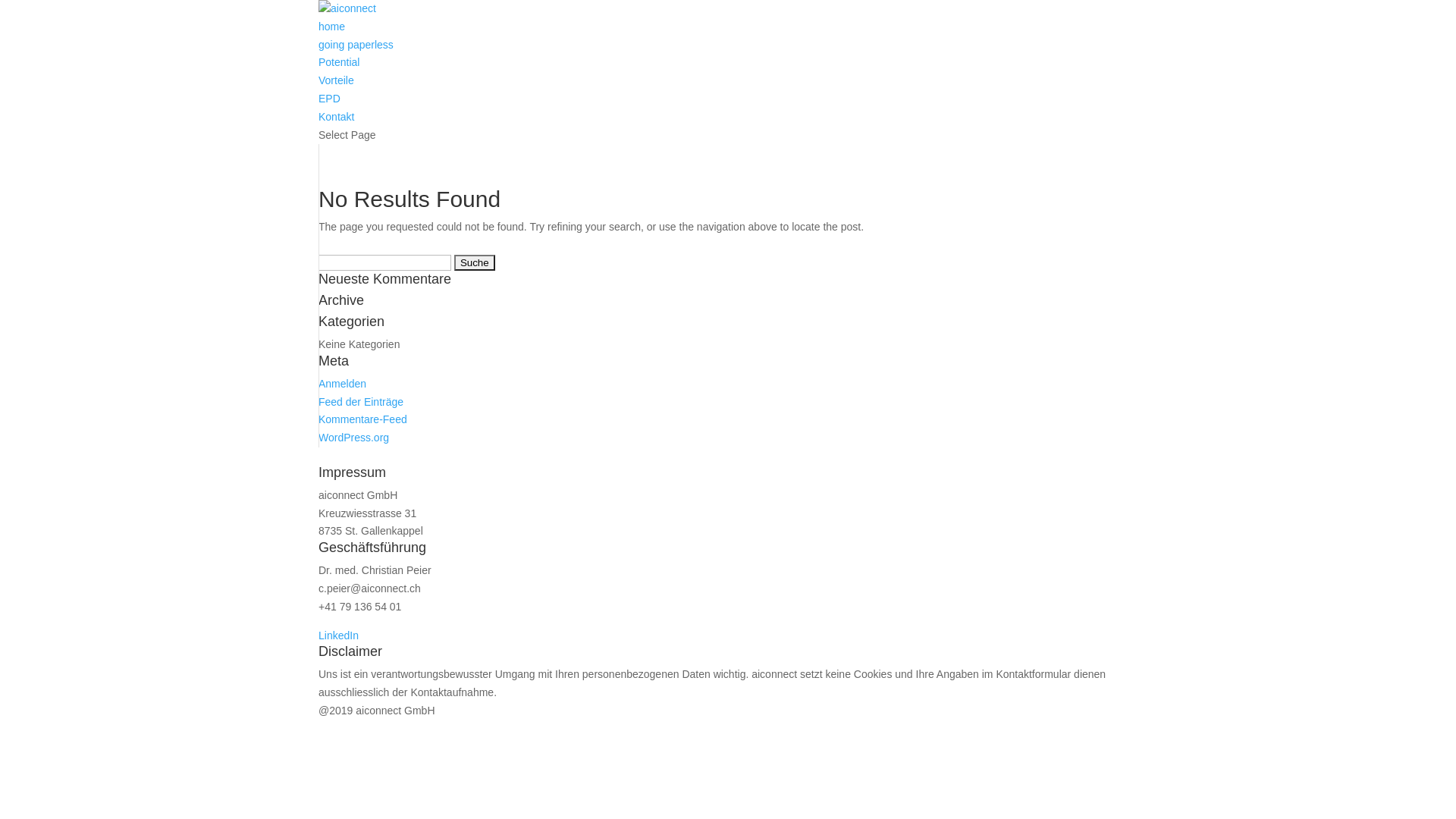 This screenshot has width=1456, height=819. What do you see at coordinates (473, 262) in the screenshot?
I see `'Suche'` at bounding box center [473, 262].